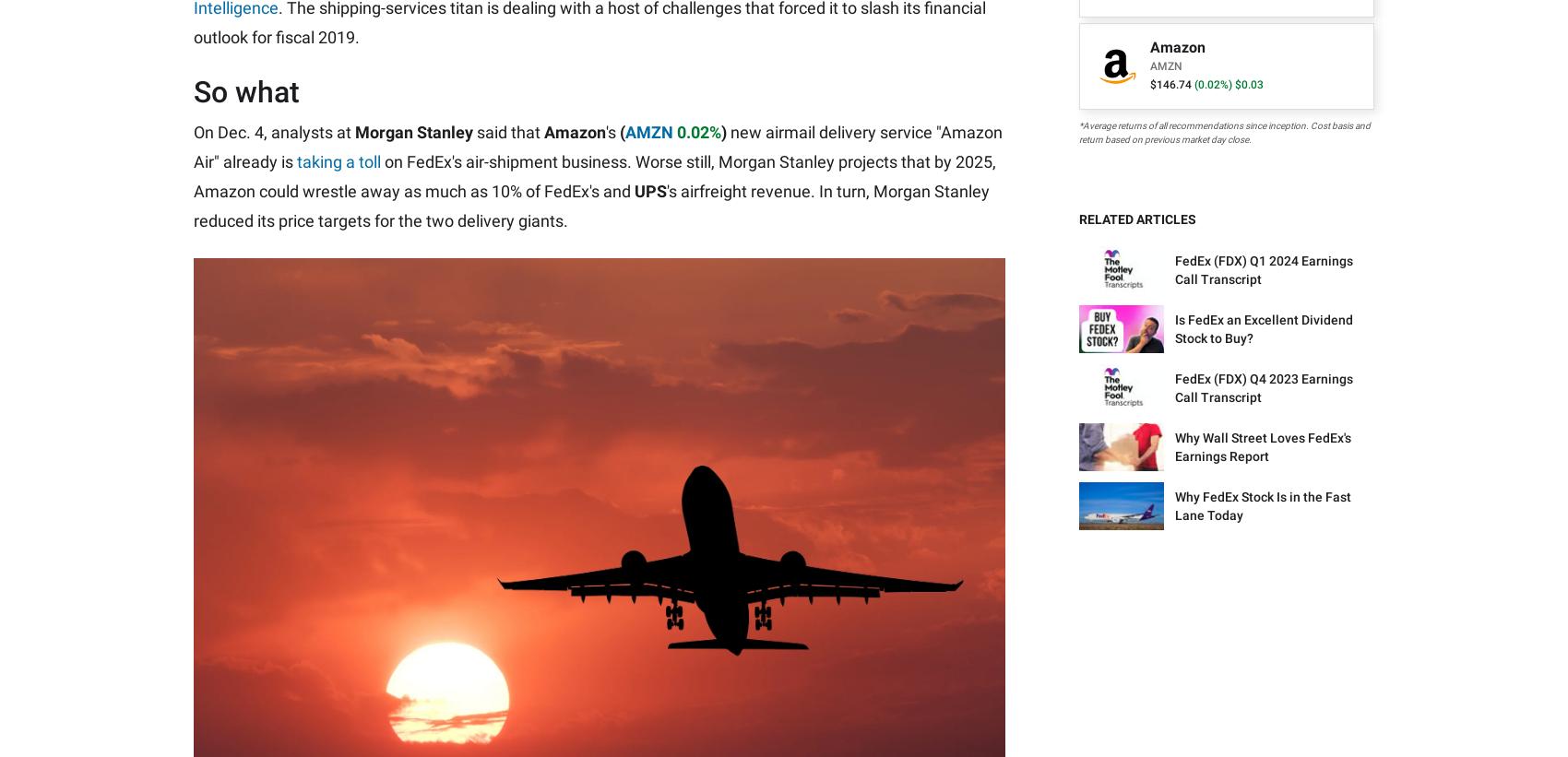 The image size is (1568, 757). Describe the element at coordinates (1258, 219) in the screenshot. I see `'Our Affiliates'` at that location.